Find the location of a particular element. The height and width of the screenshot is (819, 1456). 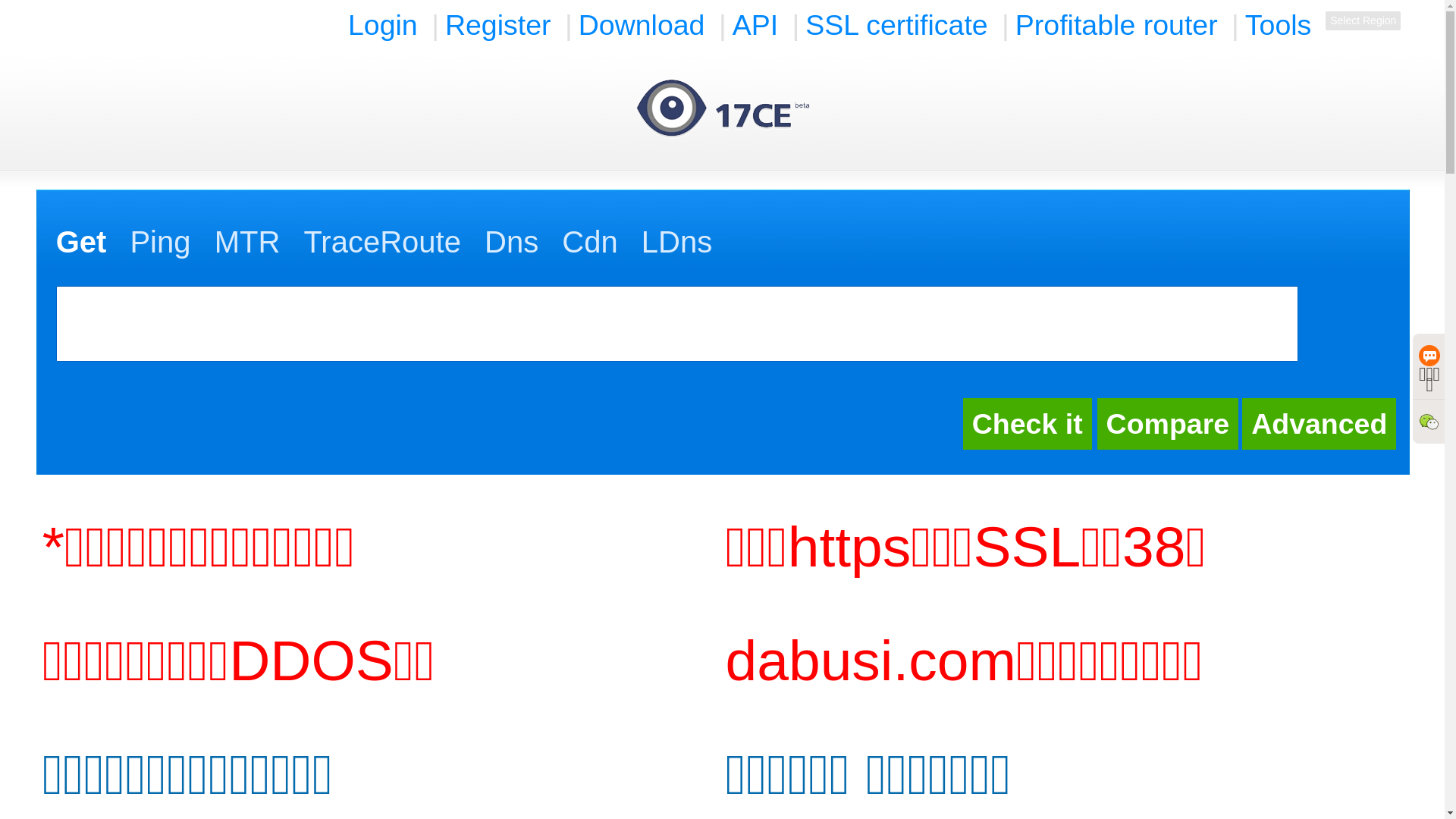

'Register' is located at coordinates (498, 25).